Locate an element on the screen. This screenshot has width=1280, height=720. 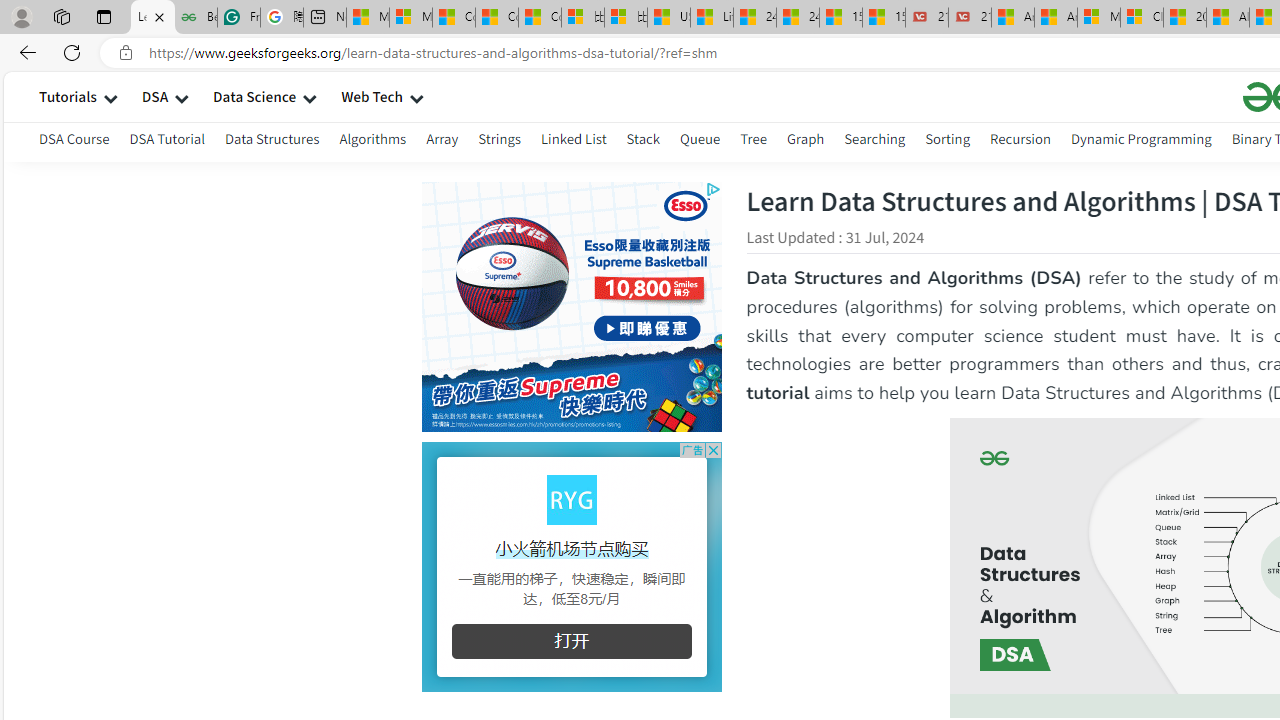
'Sorting' is located at coordinates (946, 138).